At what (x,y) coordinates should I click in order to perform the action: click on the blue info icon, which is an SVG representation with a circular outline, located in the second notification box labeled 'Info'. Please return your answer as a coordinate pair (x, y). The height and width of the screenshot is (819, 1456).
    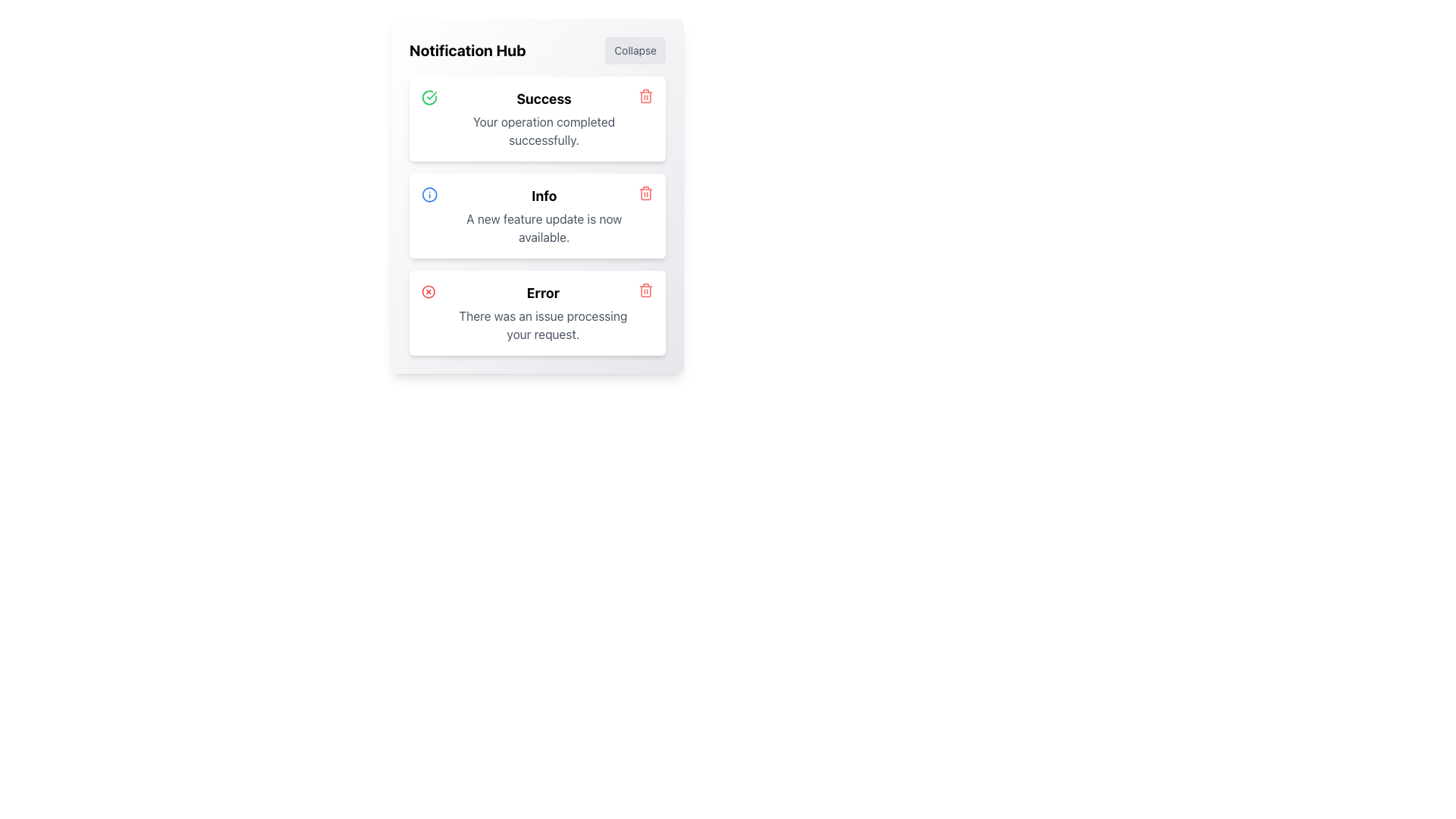
    Looking at the image, I should click on (428, 194).